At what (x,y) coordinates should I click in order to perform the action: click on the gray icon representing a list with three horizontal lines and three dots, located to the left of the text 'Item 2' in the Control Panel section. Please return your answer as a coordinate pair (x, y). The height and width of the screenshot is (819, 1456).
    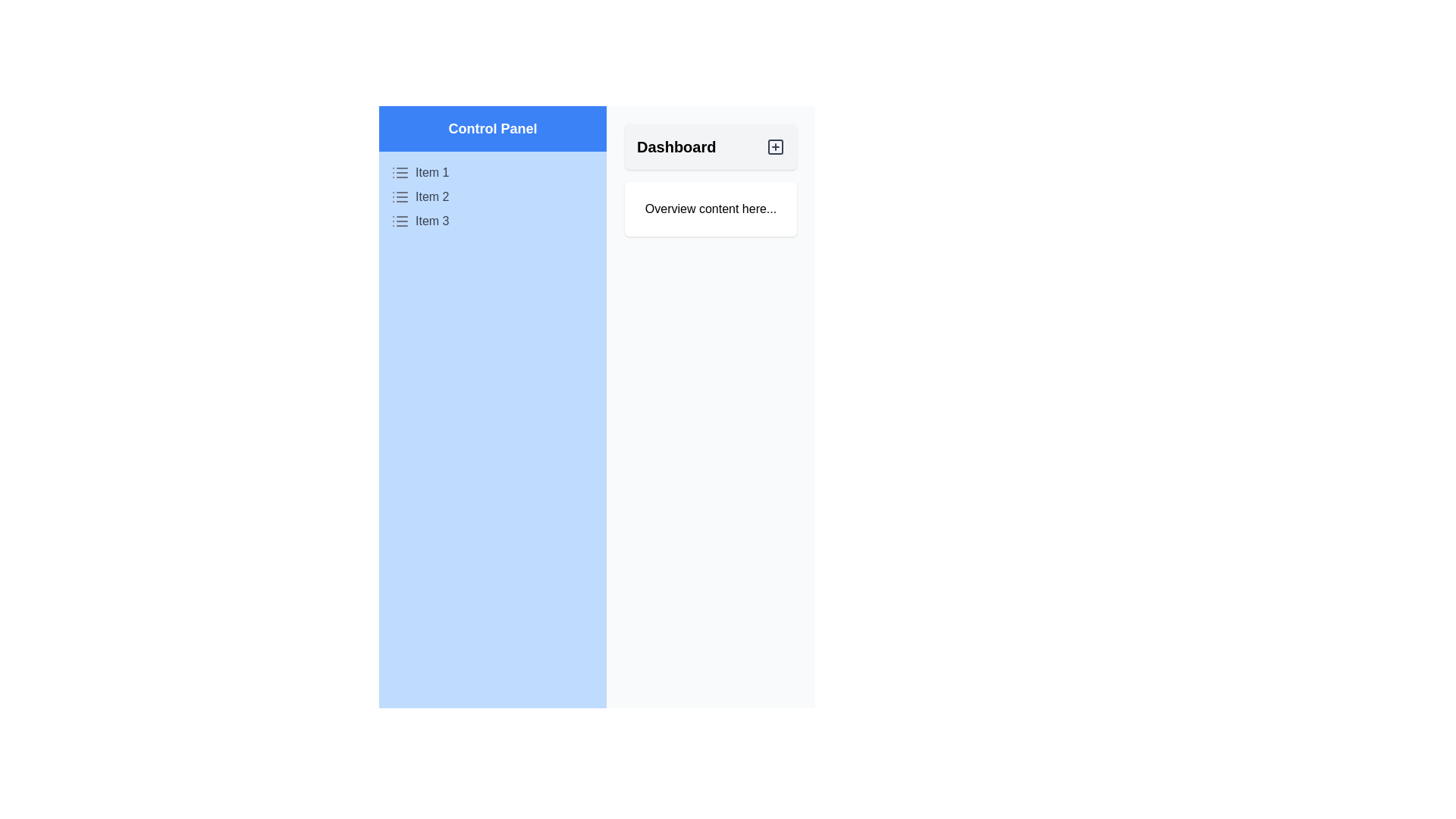
    Looking at the image, I should click on (400, 196).